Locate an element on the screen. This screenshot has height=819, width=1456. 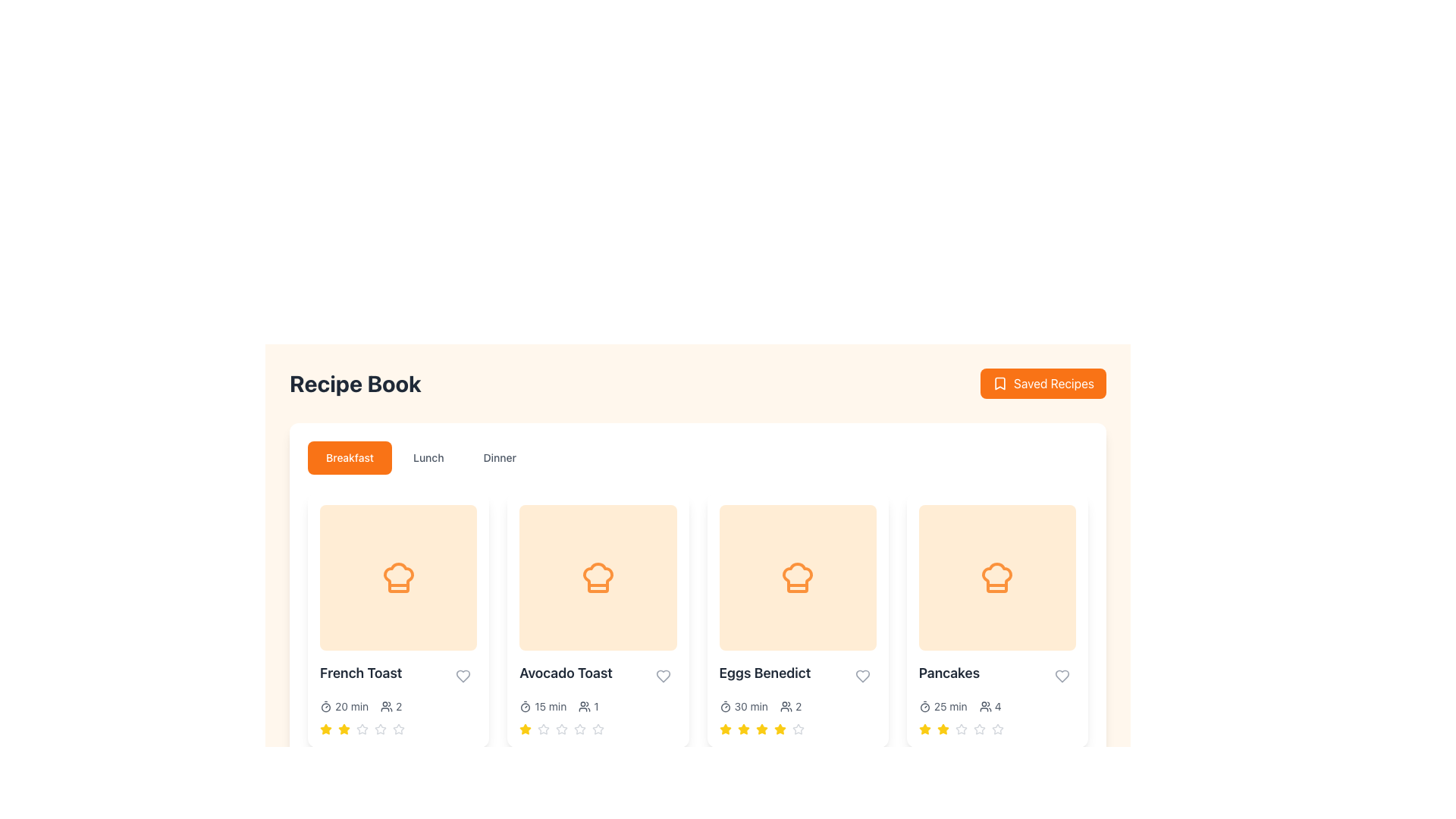
the fifth star in the rating system for the 'Eggs Benedict' recipe card to adjust the rating is located at coordinates (780, 728).